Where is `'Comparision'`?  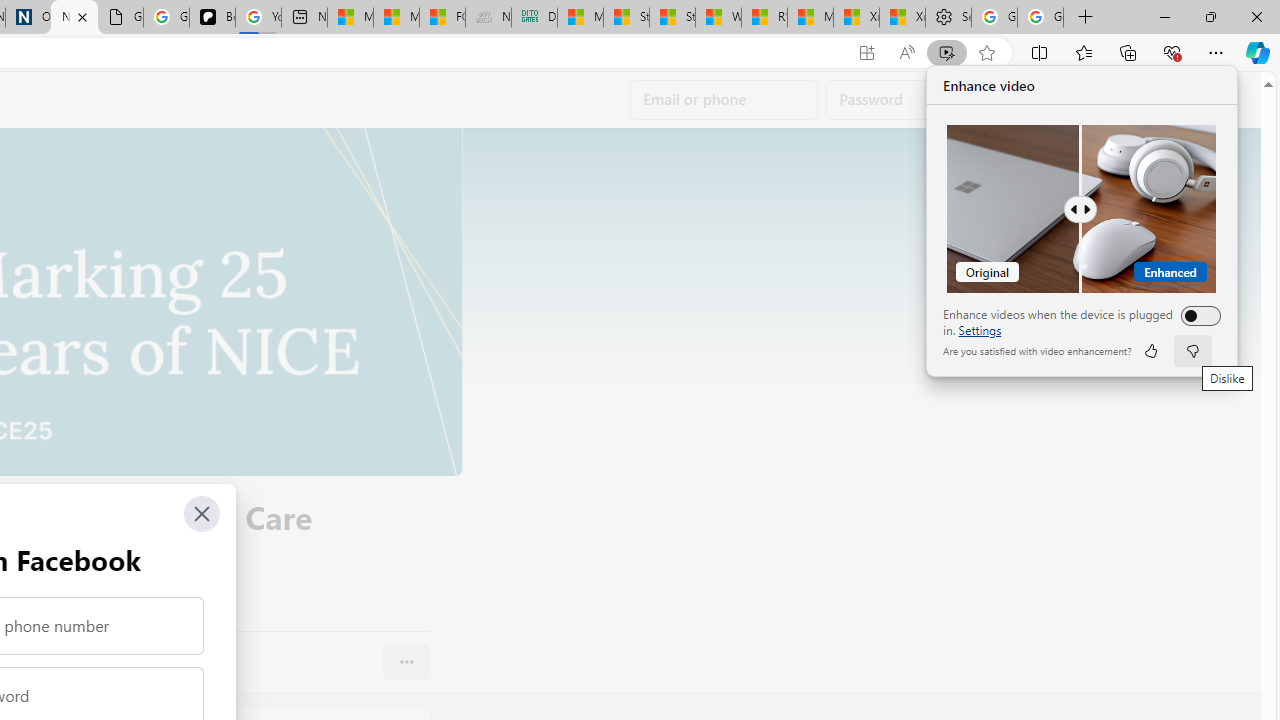
'Comparision' is located at coordinates (1080, 209).